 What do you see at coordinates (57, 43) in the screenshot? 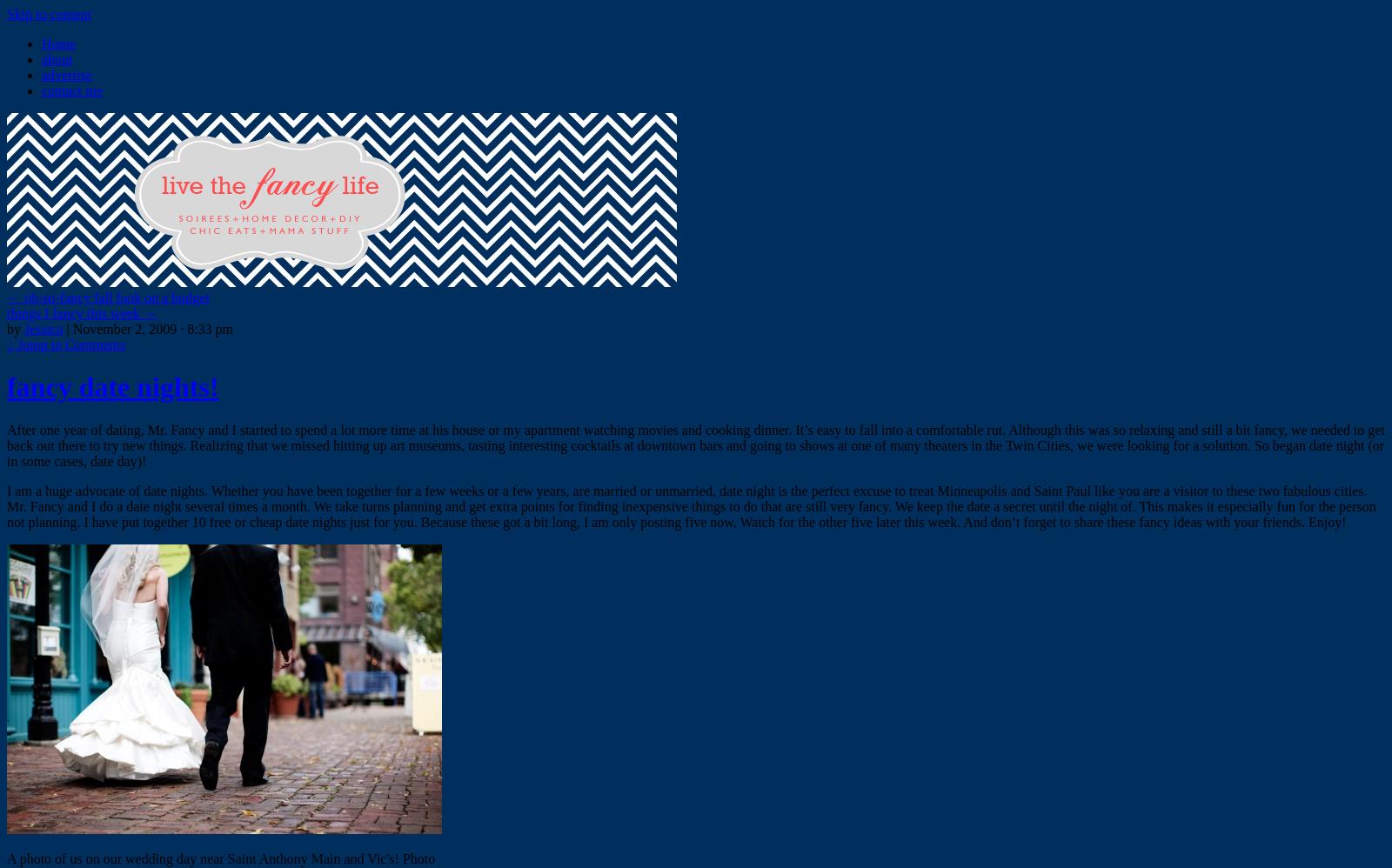
I see `'Home'` at bounding box center [57, 43].